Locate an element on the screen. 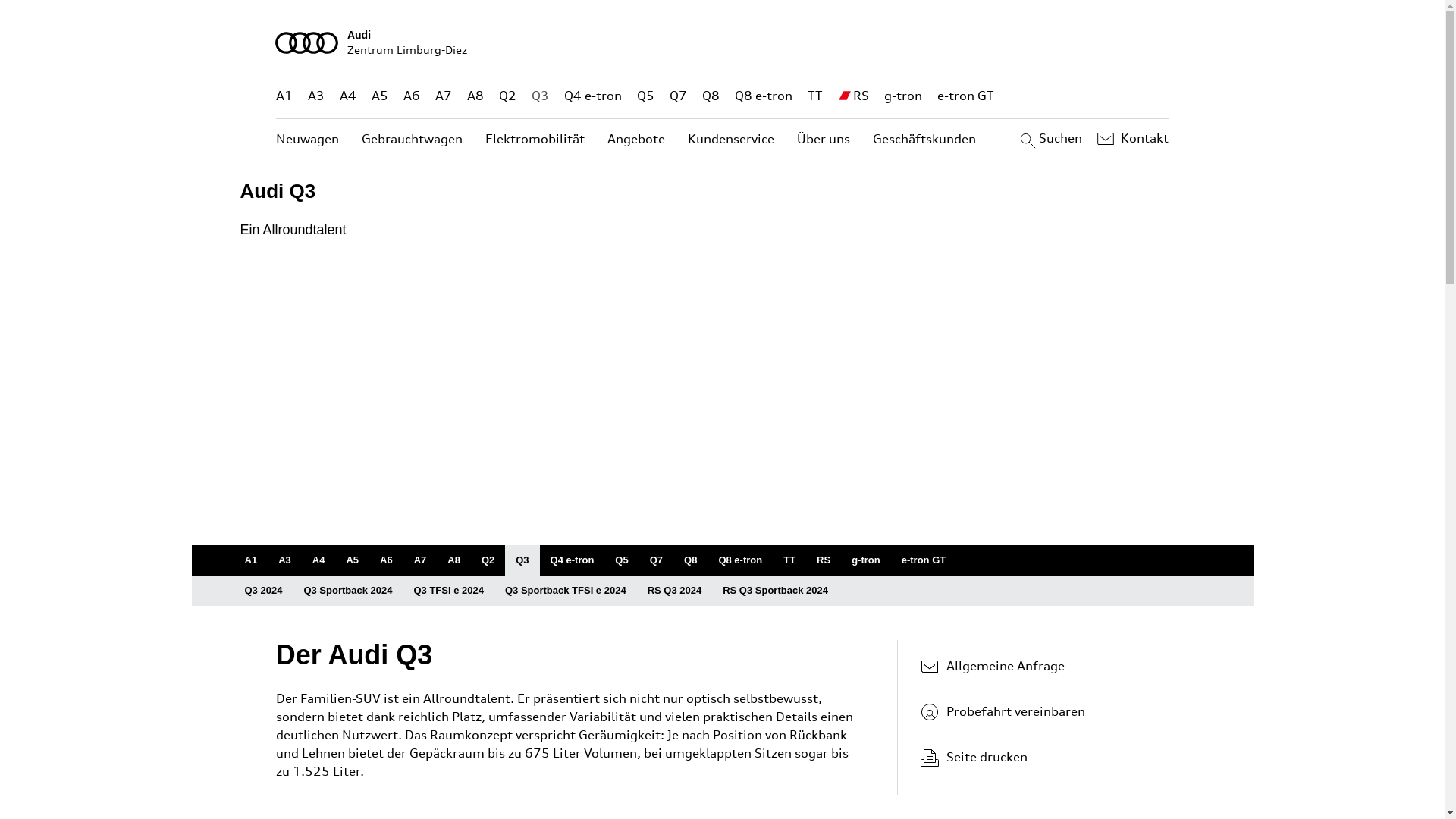 The height and width of the screenshot is (819, 1456). 'Q2' is located at coordinates (507, 96).